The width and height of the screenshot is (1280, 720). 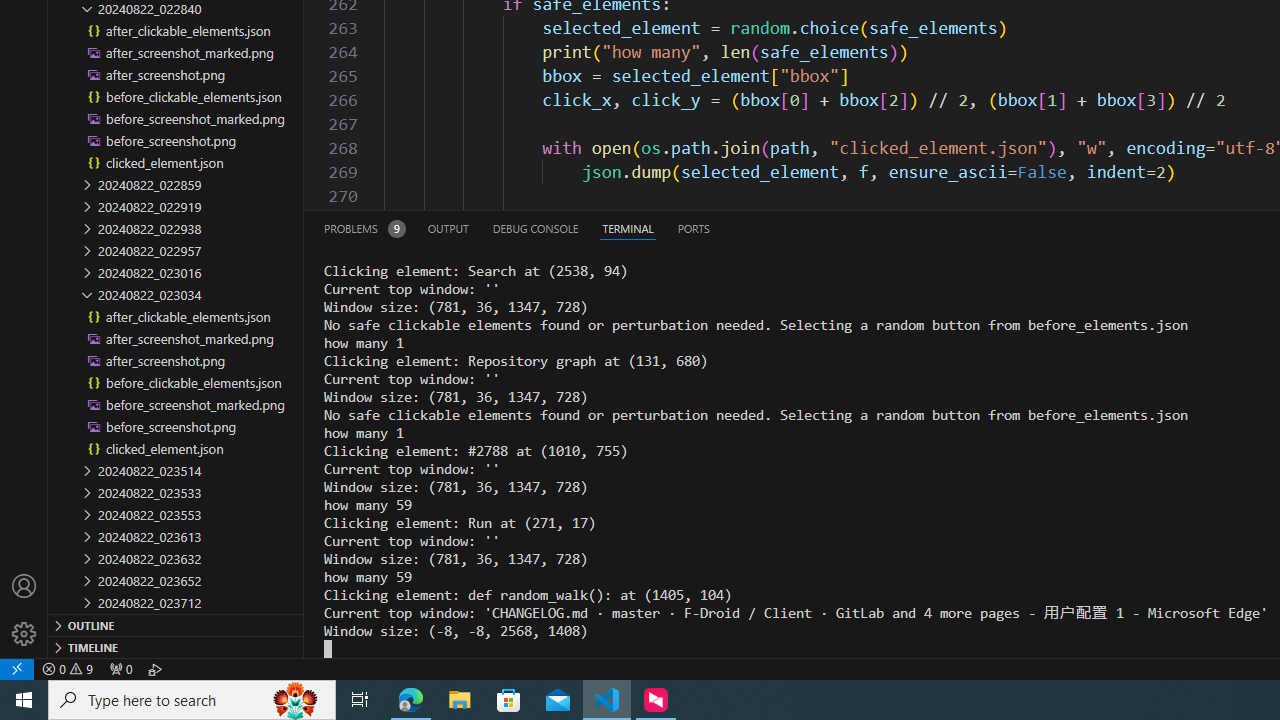 What do you see at coordinates (447, 227) in the screenshot?
I see `'Output (Ctrl+Shift+U)'` at bounding box center [447, 227].